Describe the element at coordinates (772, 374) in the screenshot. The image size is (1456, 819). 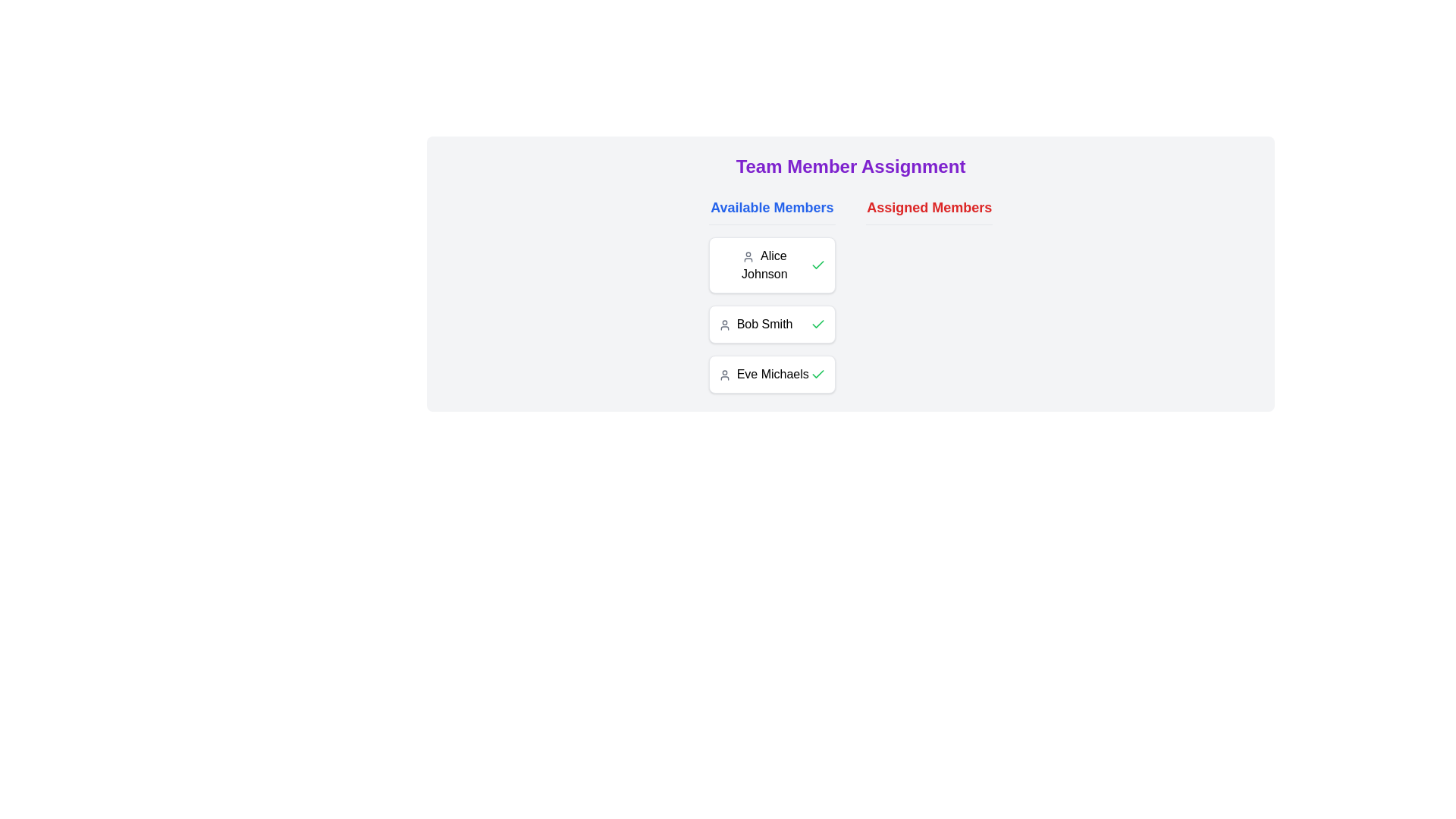
I see `the List item card representing Eve Michaels in the 'Available Members' list` at that location.